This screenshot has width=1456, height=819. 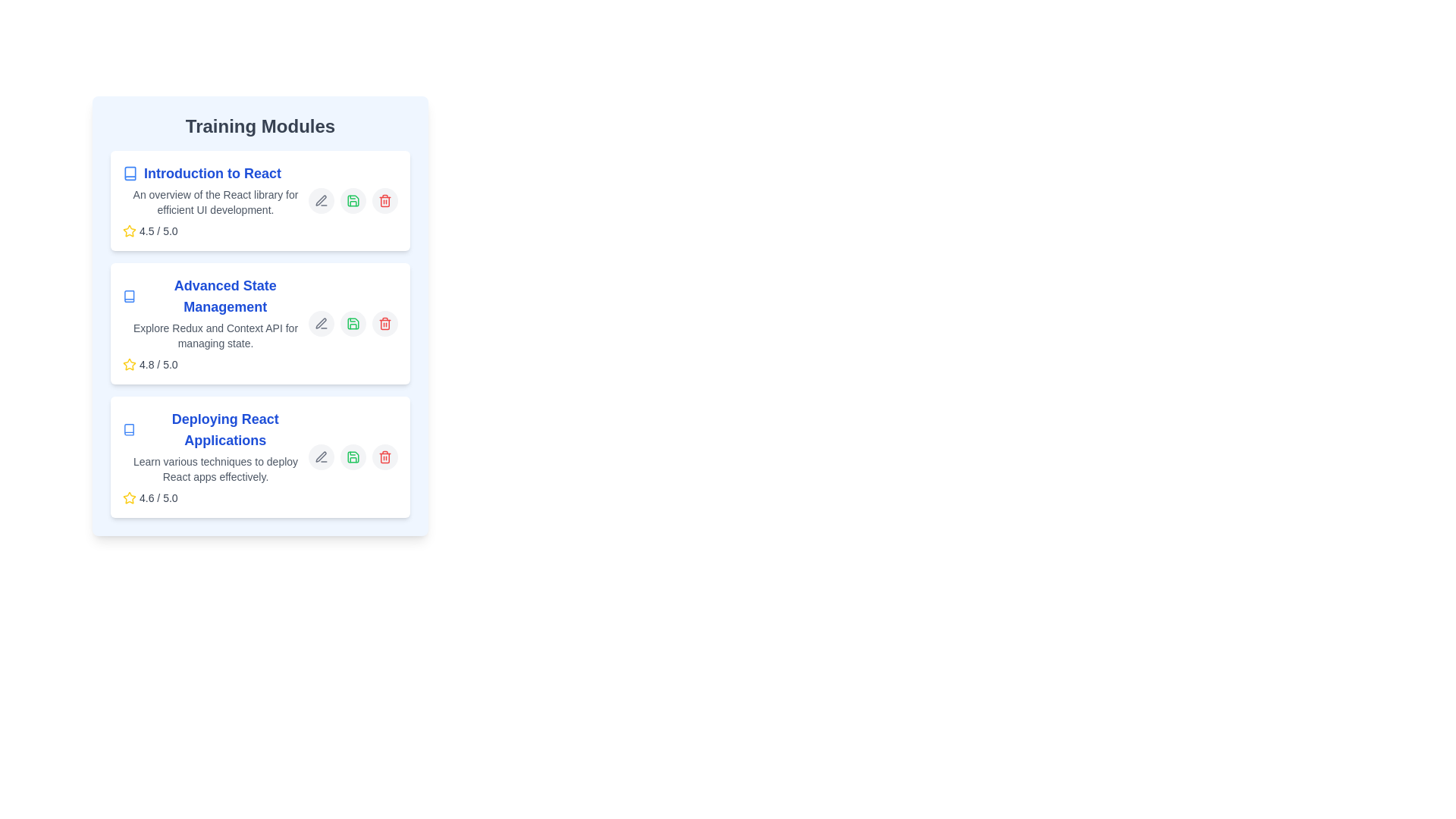 What do you see at coordinates (320, 200) in the screenshot?
I see `the circular button with a pen icon, located to the right of the 'Introduction to React' module header` at bounding box center [320, 200].